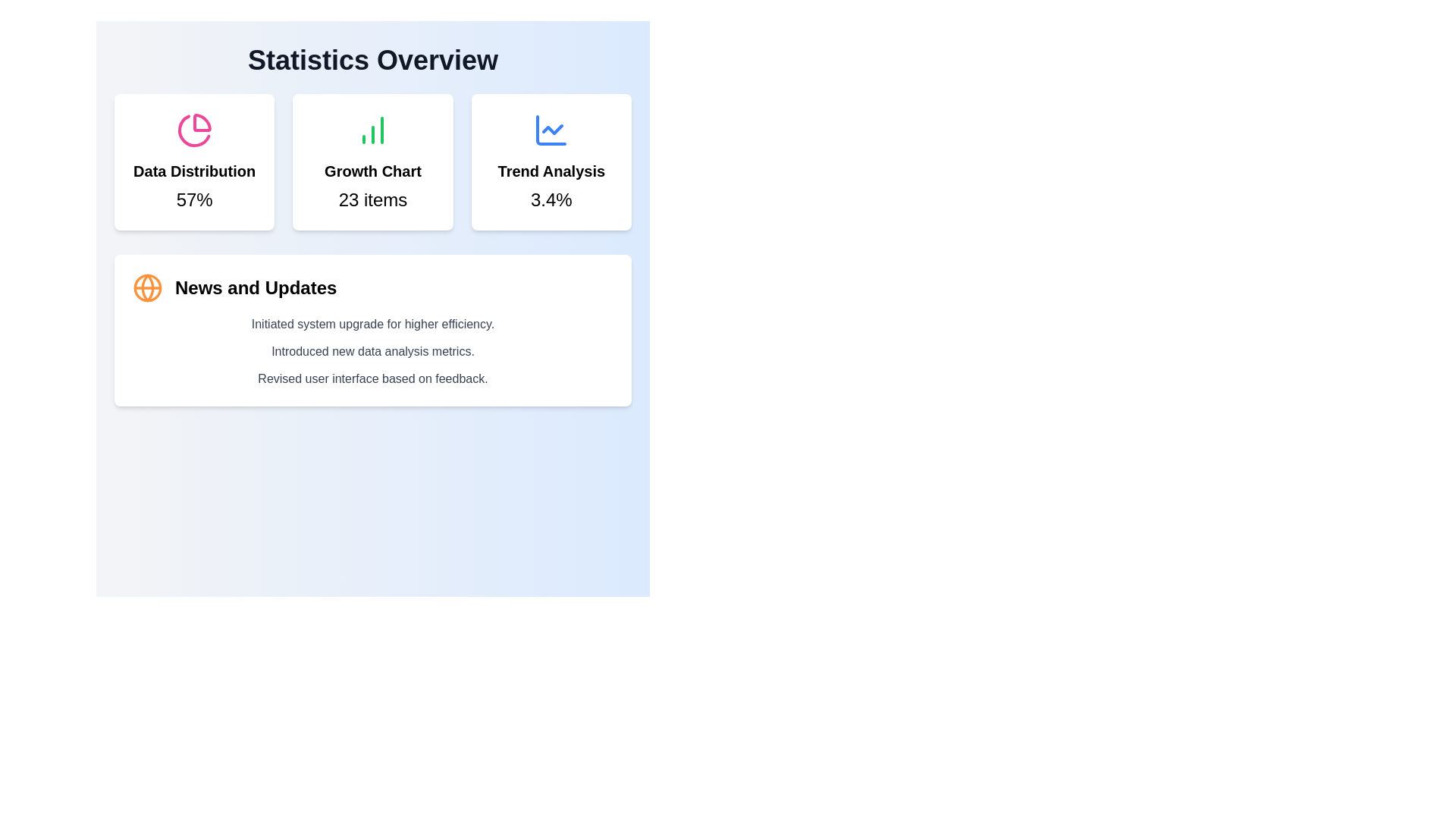  What do you see at coordinates (193, 130) in the screenshot?
I see `the pie chart icon in the 'Data Distribution' card of the 'Statistics Overview' panel, which is at the center of the card and shows '57%' below it` at bounding box center [193, 130].